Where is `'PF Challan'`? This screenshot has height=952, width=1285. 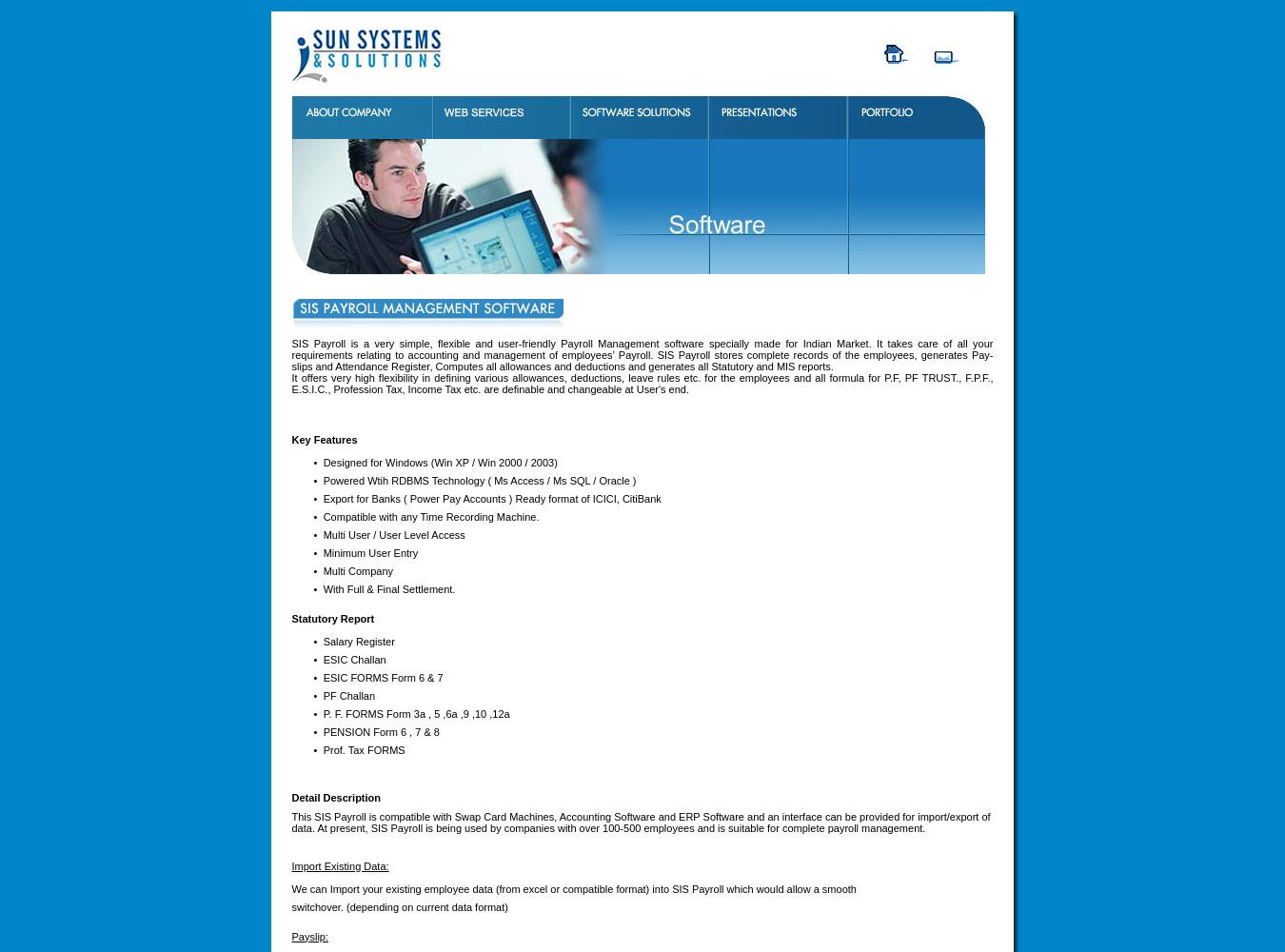 'PF Challan' is located at coordinates (348, 694).